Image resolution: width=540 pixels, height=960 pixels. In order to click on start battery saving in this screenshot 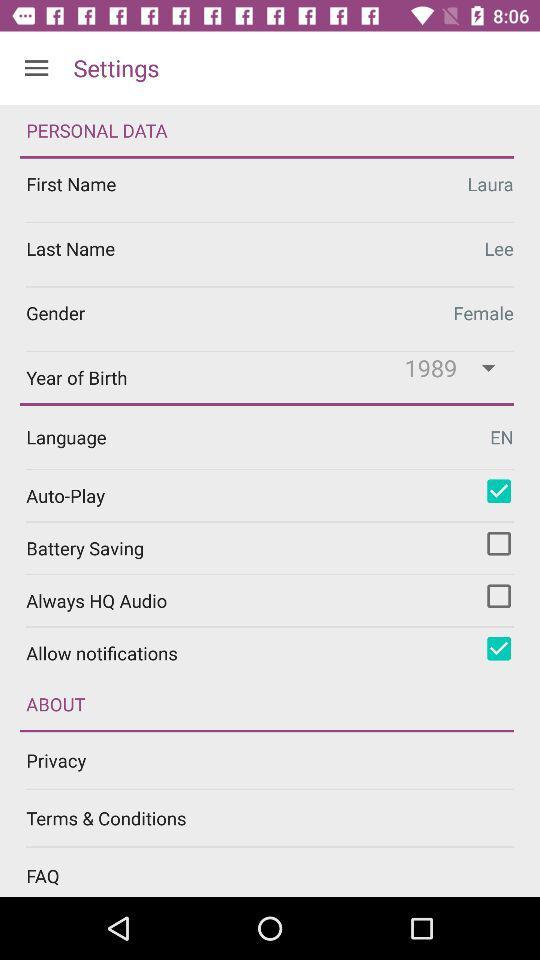, I will do `click(498, 543)`.